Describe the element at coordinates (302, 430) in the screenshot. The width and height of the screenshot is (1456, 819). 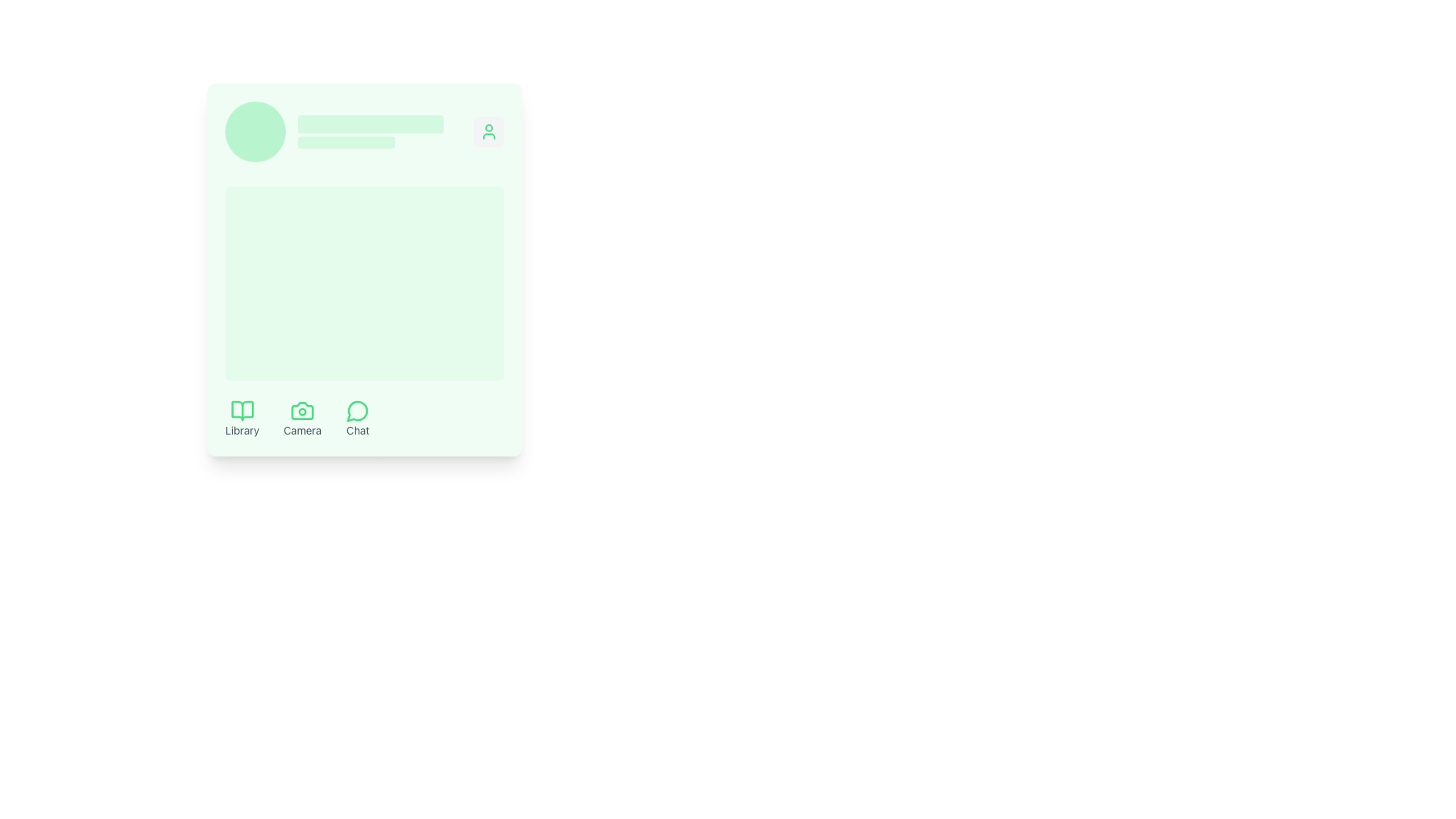
I see `the 'Camera' text label located in the bottom navigation section, which provides context for the camera functionality represented by the icon above it` at that location.